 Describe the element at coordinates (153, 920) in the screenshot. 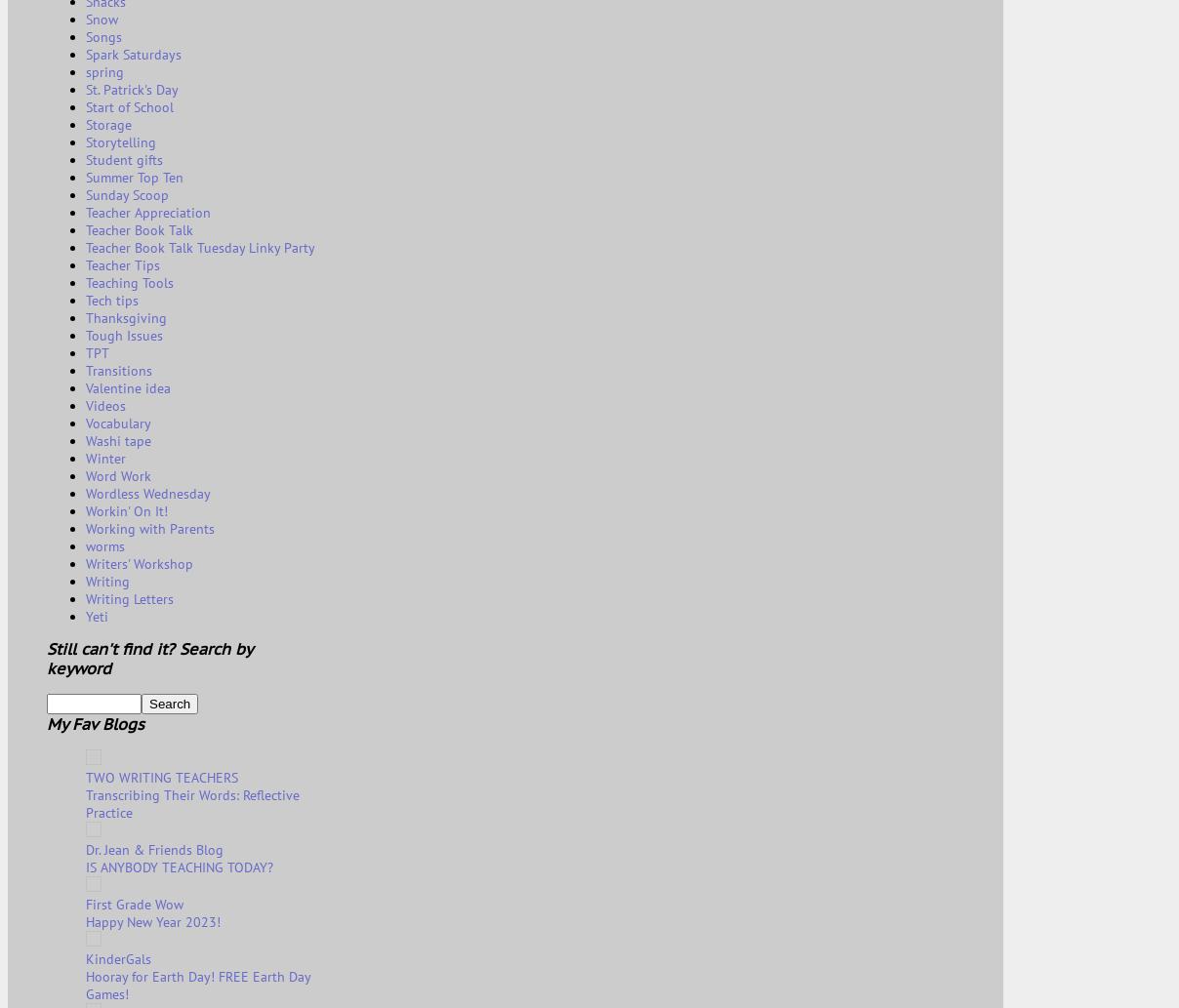

I see `'Happy New Year 2023!'` at that location.